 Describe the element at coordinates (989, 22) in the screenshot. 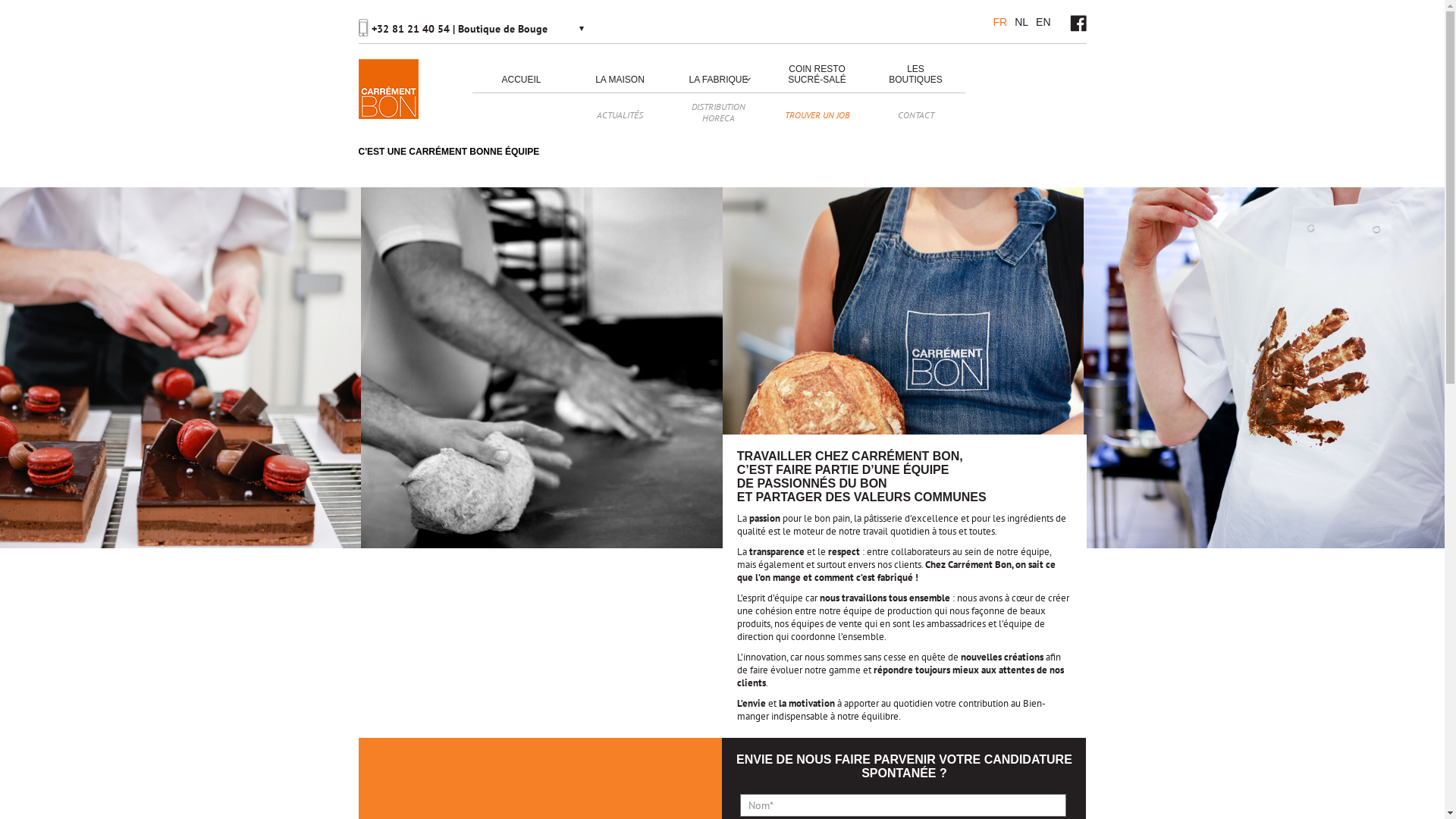

I see `'FR'` at that location.